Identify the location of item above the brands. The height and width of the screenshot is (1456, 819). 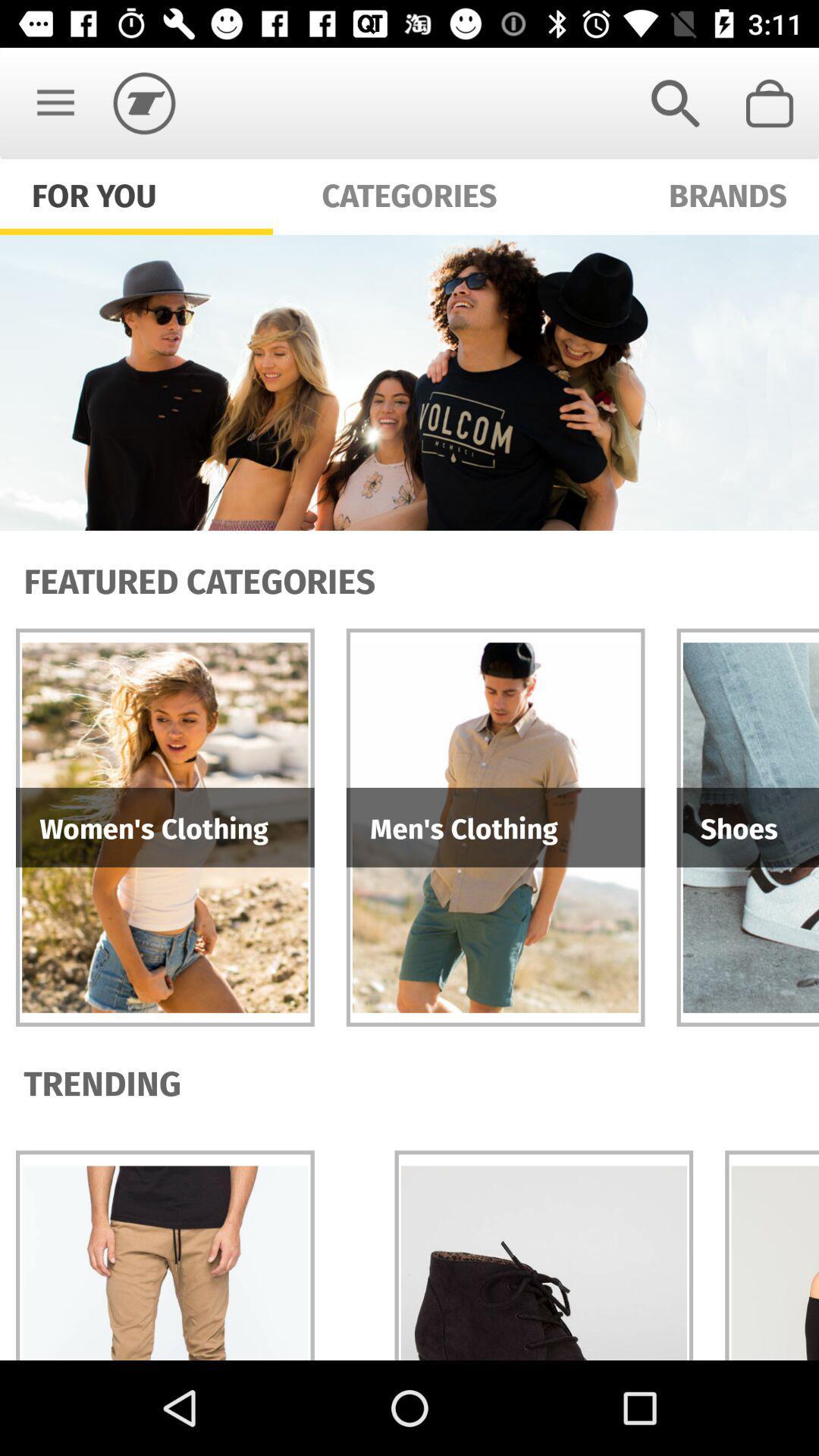
(771, 102).